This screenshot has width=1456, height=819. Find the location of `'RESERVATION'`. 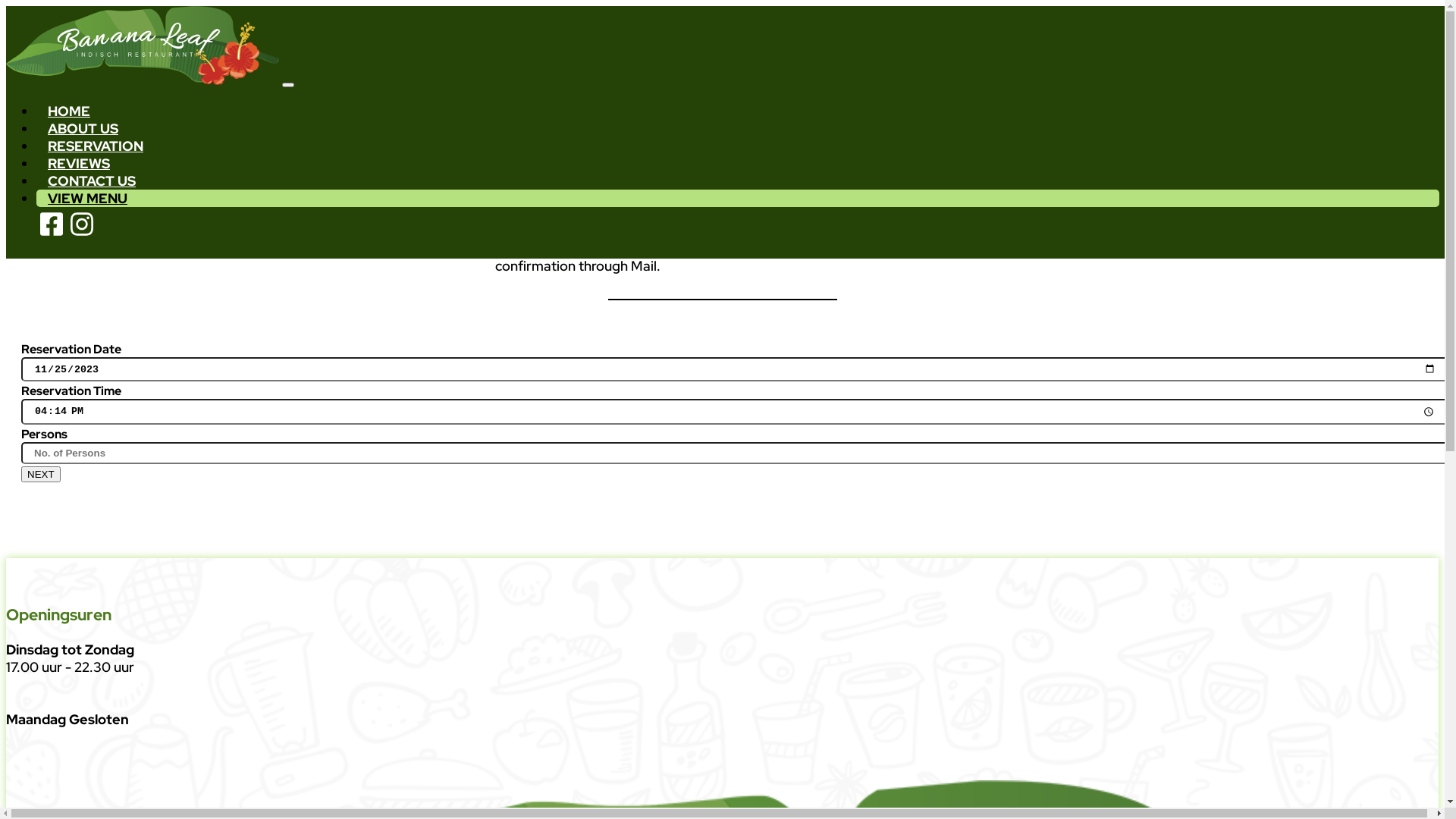

'RESERVATION' is located at coordinates (94, 146).